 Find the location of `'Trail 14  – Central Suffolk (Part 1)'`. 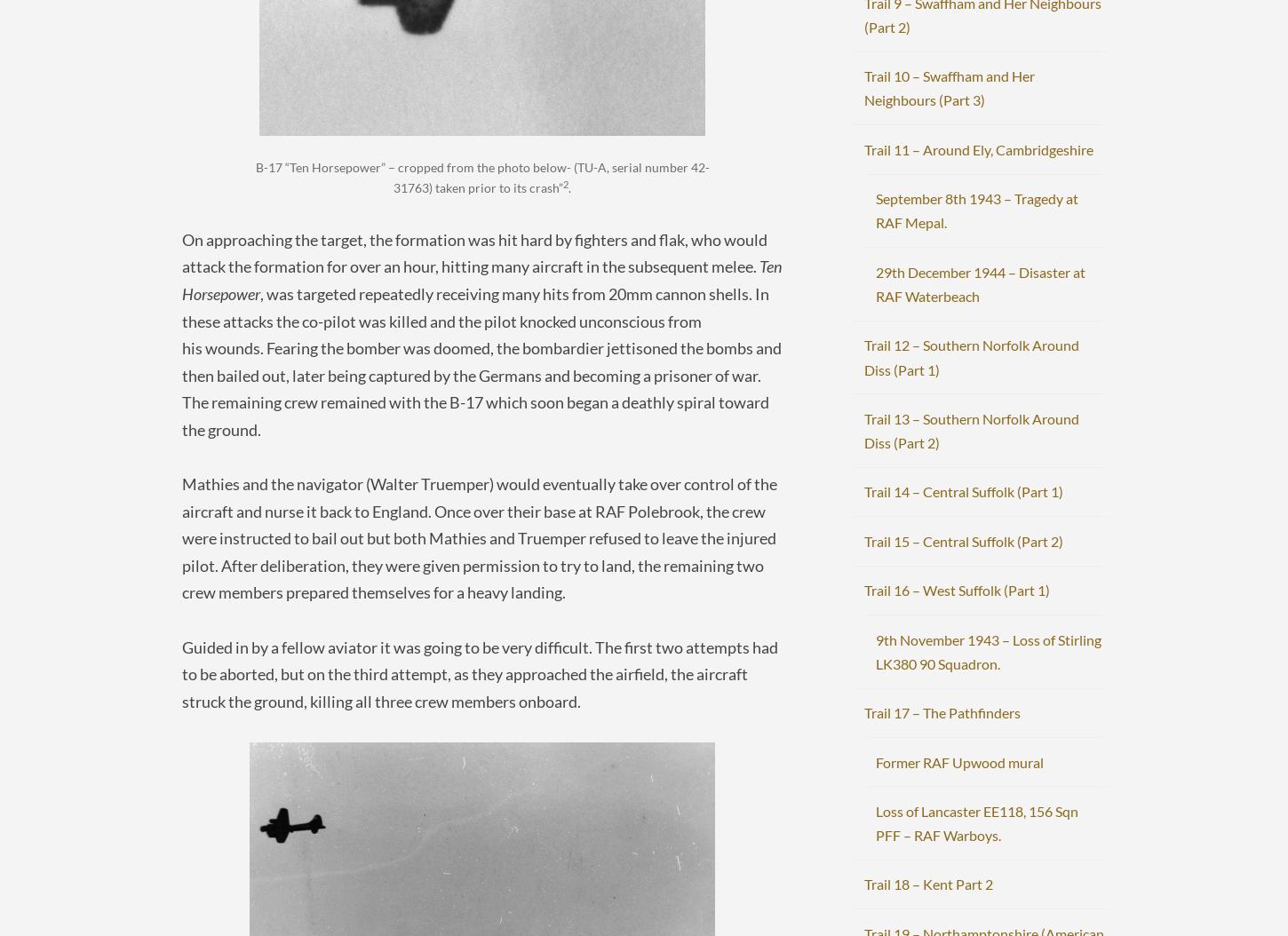

'Trail 14  – Central Suffolk (Part 1)' is located at coordinates (963, 491).